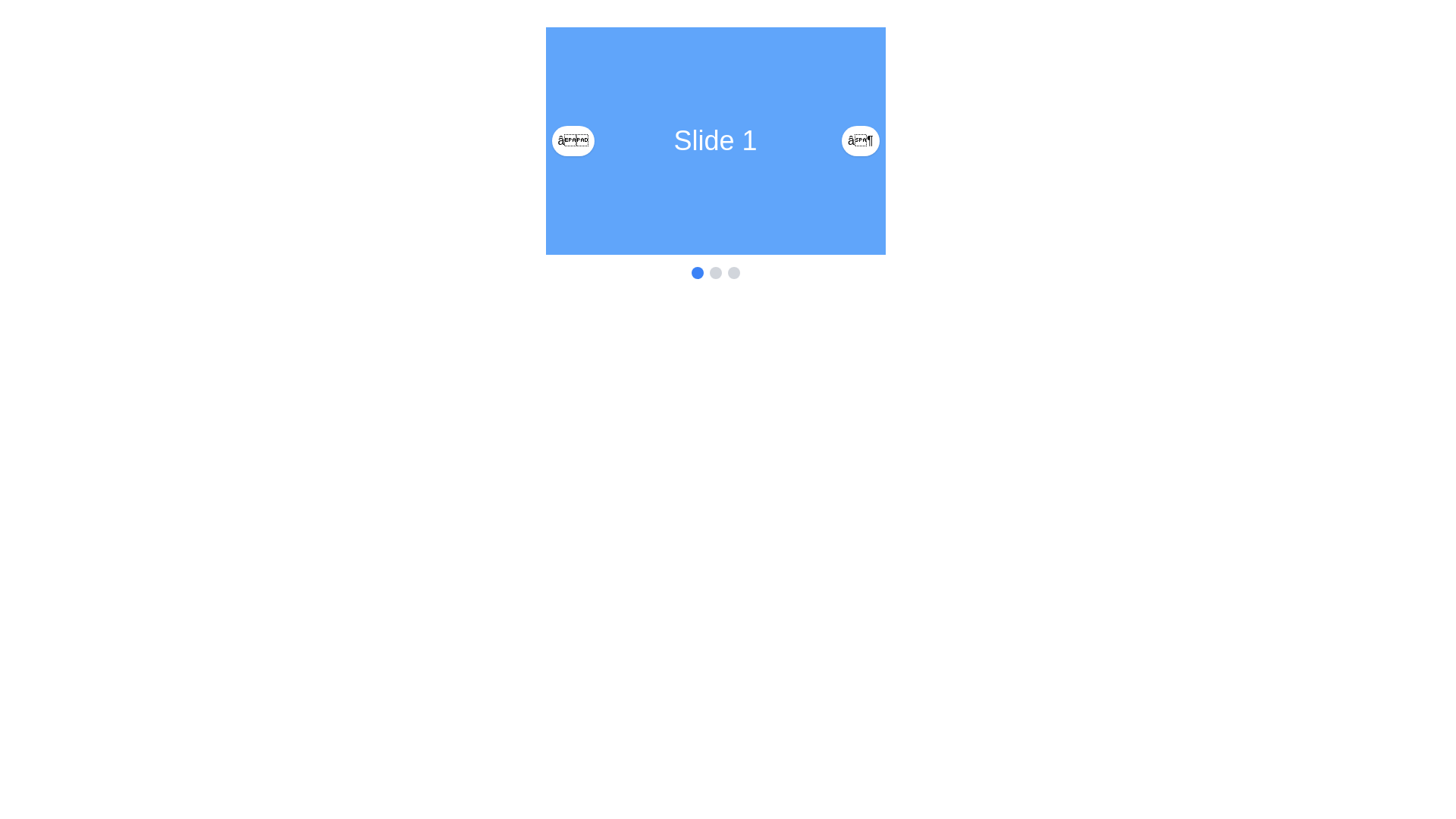 The width and height of the screenshot is (1456, 819). What do you see at coordinates (860, 140) in the screenshot?
I see `the right navigation button of the carousel` at bounding box center [860, 140].